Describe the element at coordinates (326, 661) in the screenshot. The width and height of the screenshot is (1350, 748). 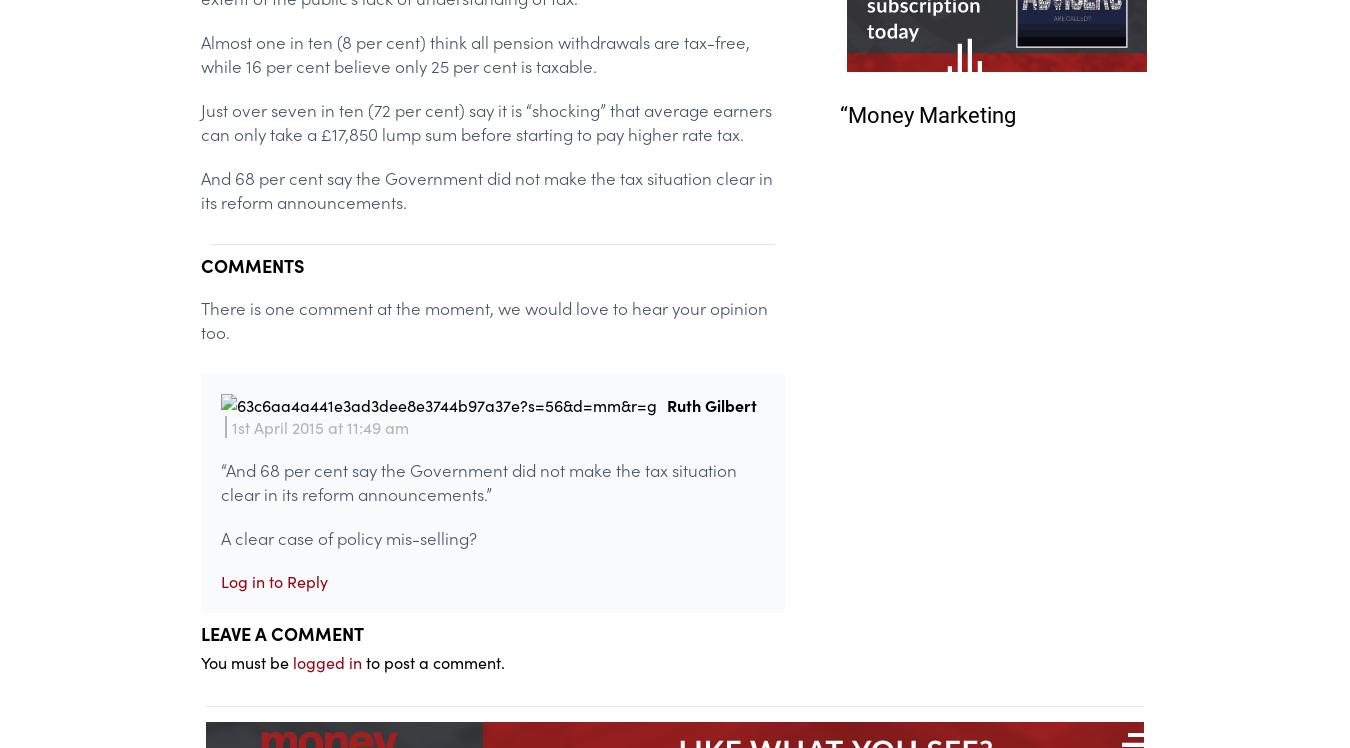
I see `'logged in'` at that location.